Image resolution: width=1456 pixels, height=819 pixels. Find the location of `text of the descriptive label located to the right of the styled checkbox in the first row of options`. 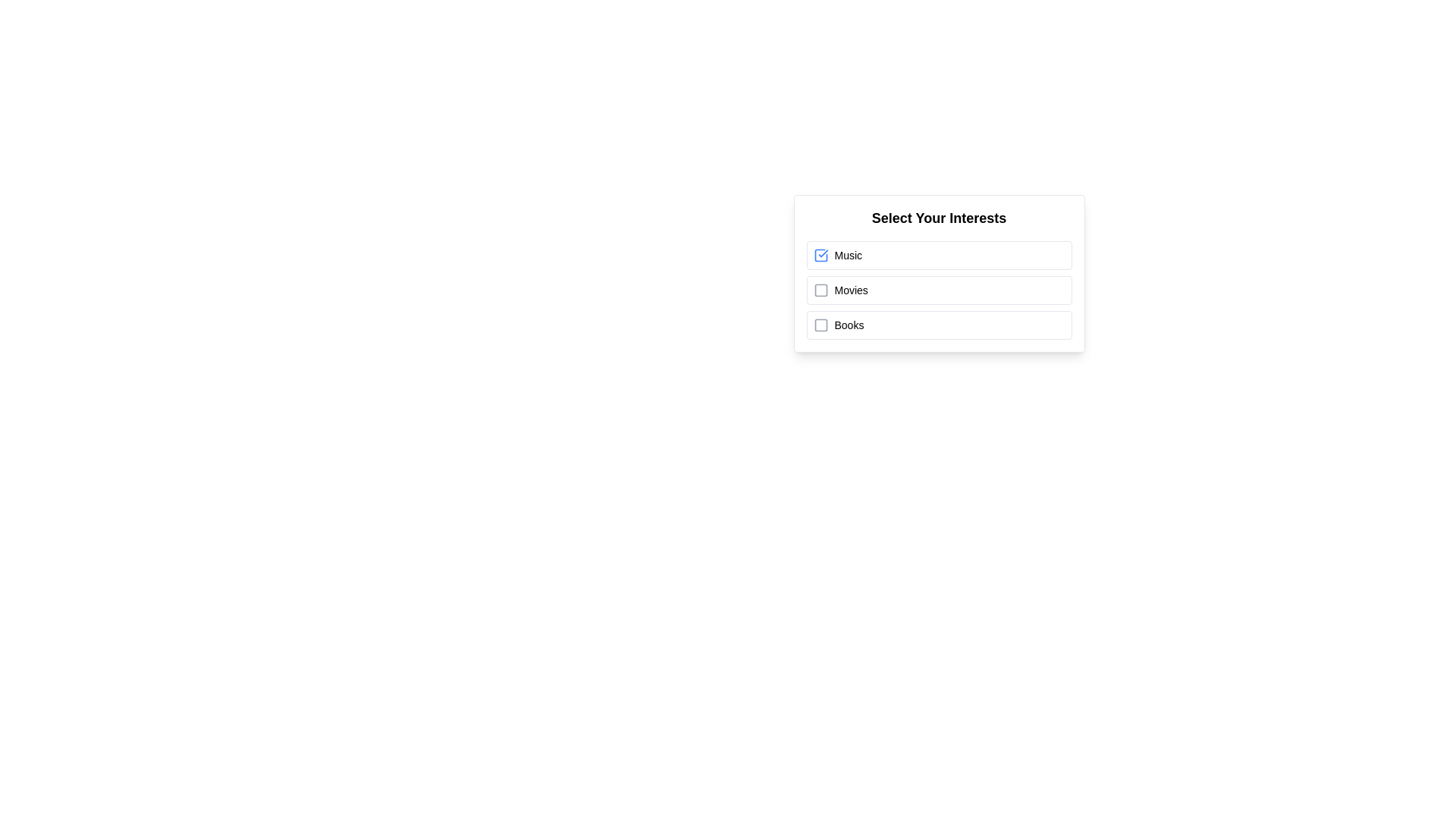

text of the descriptive label located to the right of the styled checkbox in the first row of options is located at coordinates (847, 254).